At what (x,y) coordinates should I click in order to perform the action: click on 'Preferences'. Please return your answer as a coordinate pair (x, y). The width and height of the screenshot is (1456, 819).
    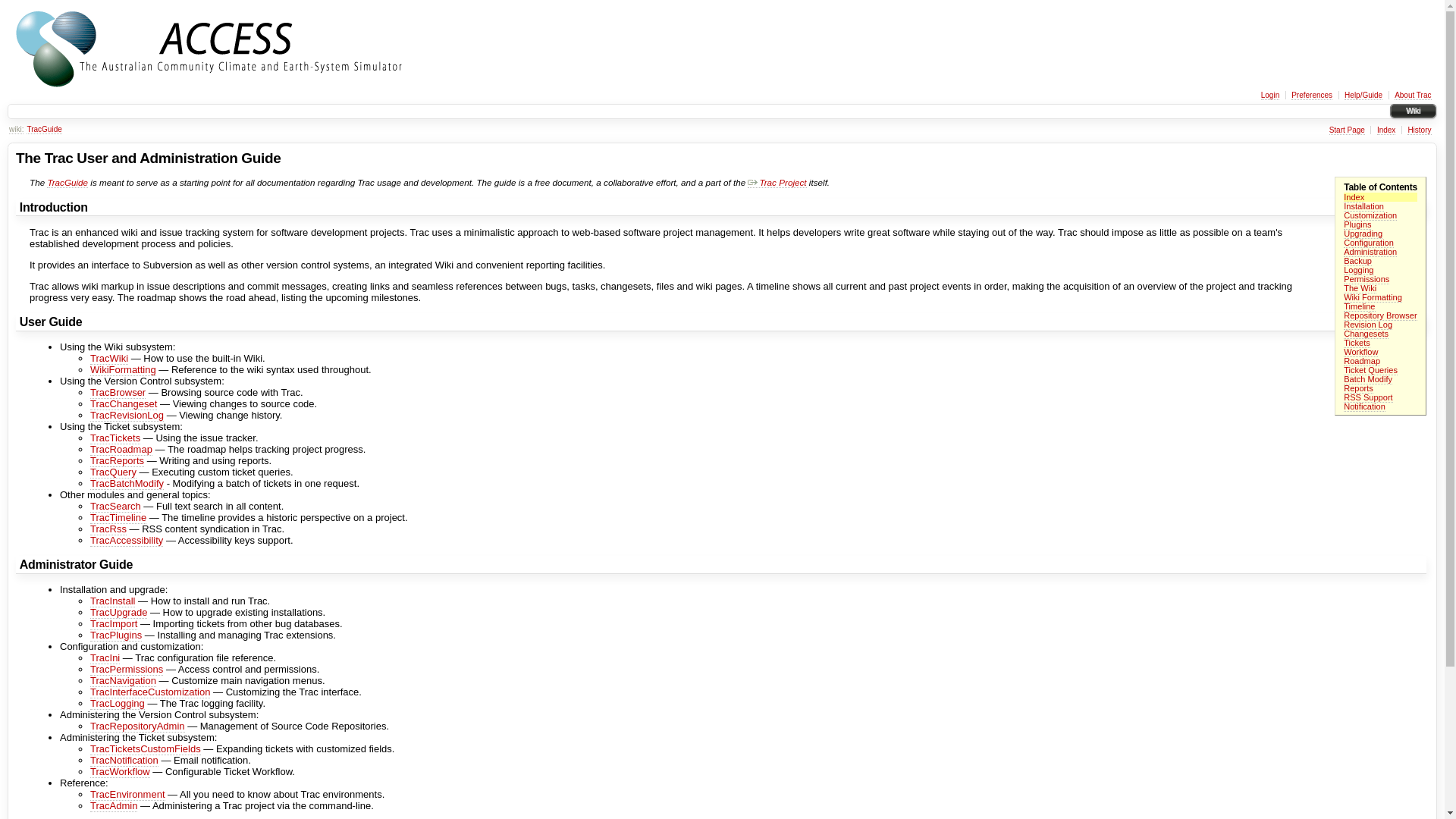
    Looking at the image, I should click on (1310, 96).